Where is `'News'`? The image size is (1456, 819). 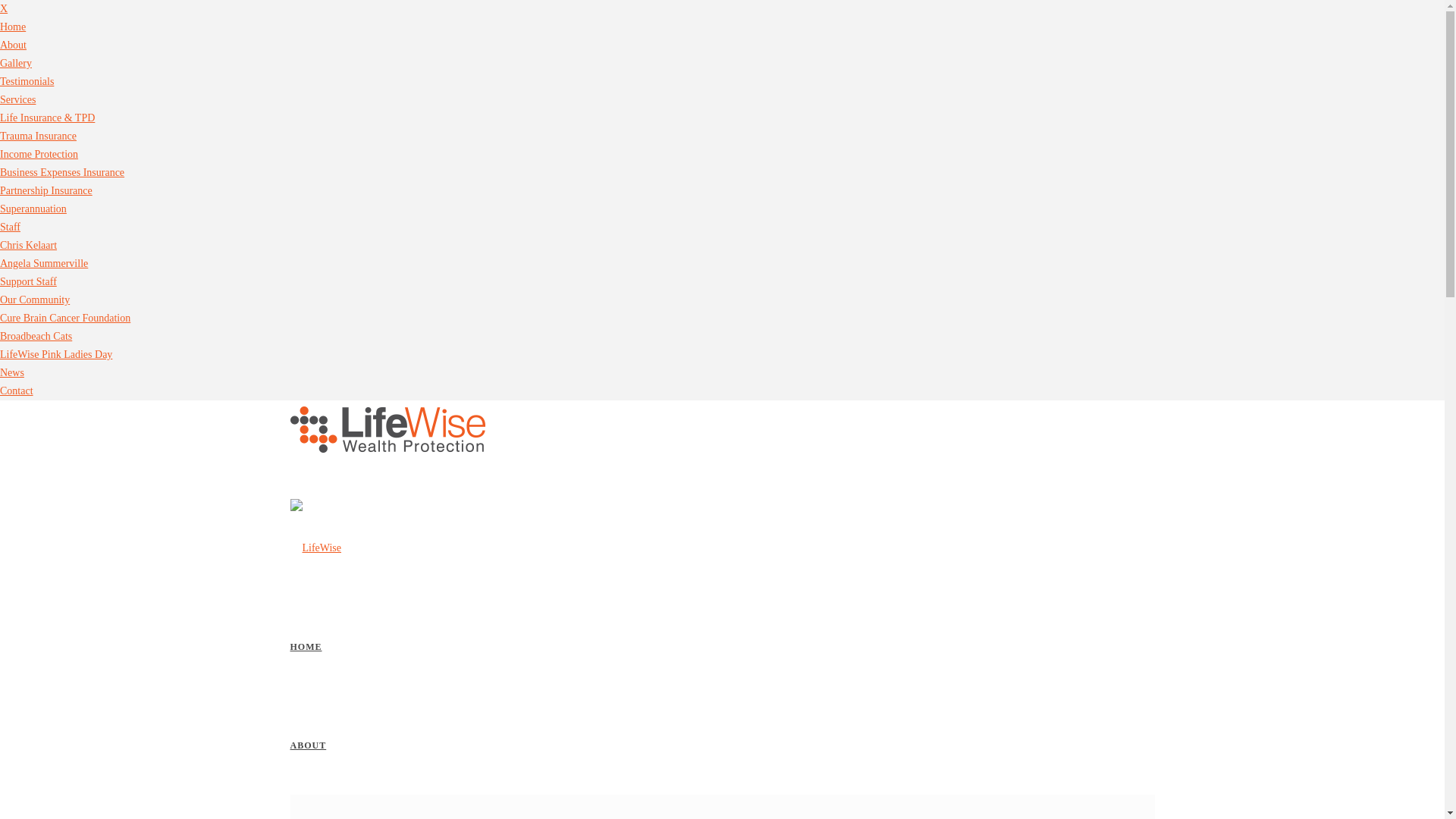
'News' is located at coordinates (11, 372).